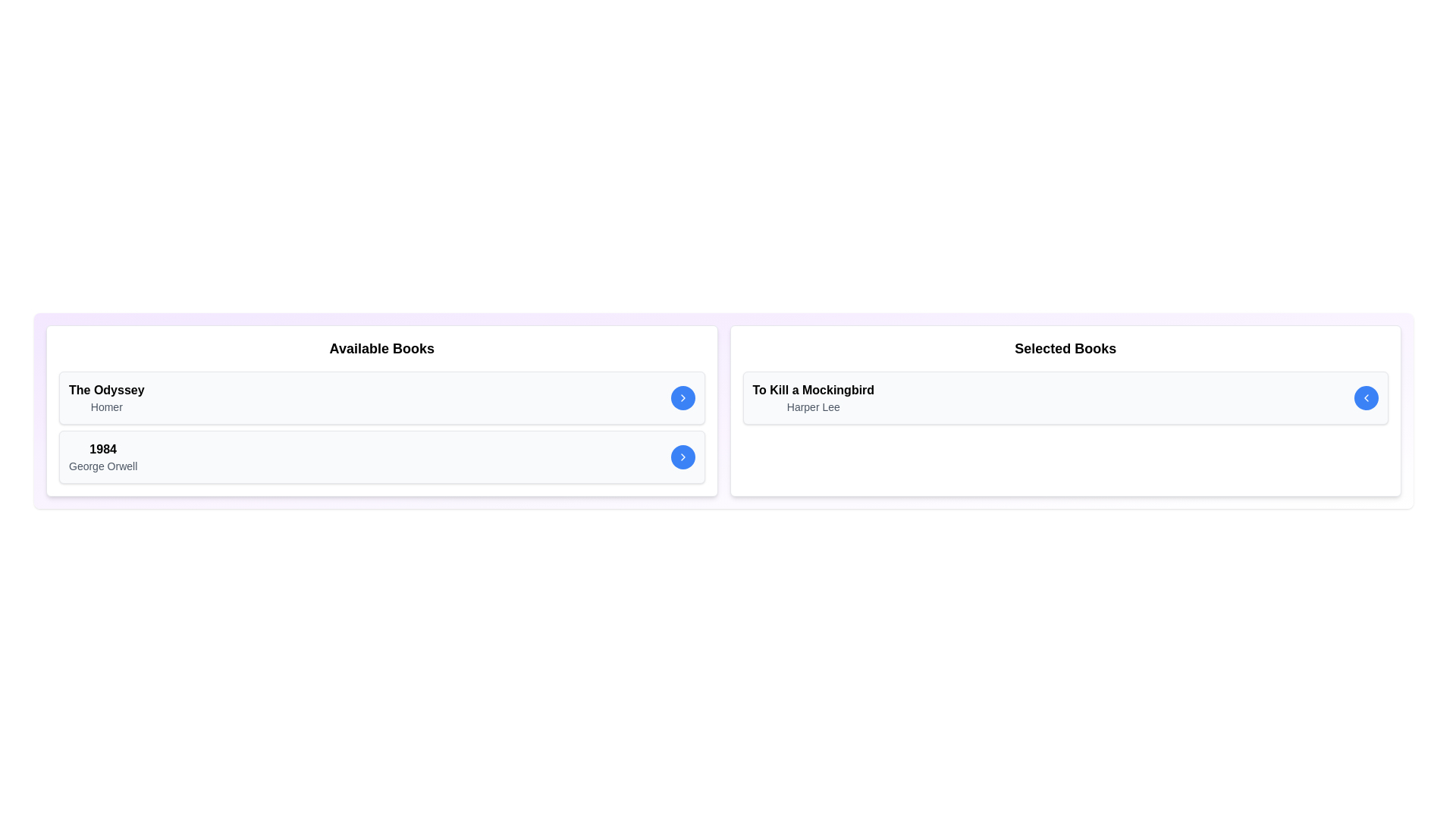 Image resolution: width=1456 pixels, height=819 pixels. What do you see at coordinates (682, 456) in the screenshot?
I see `arrow button for the book titled '1984' to transfer it to the other list` at bounding box center [682, 456].